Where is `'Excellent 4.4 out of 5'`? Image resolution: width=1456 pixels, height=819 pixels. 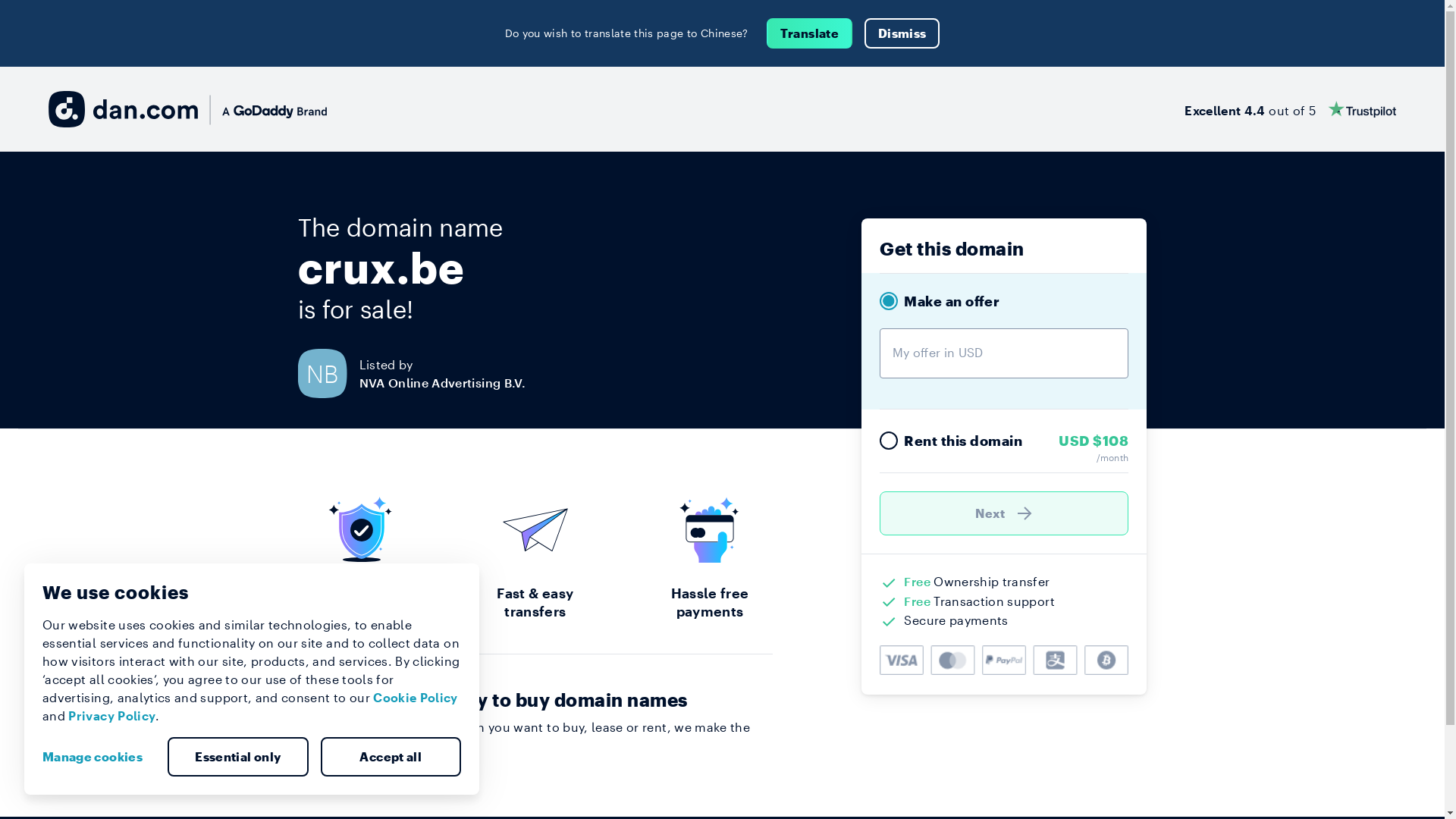 'Excellent 4.4 out of 5' is located at coordinates (1183, 108).